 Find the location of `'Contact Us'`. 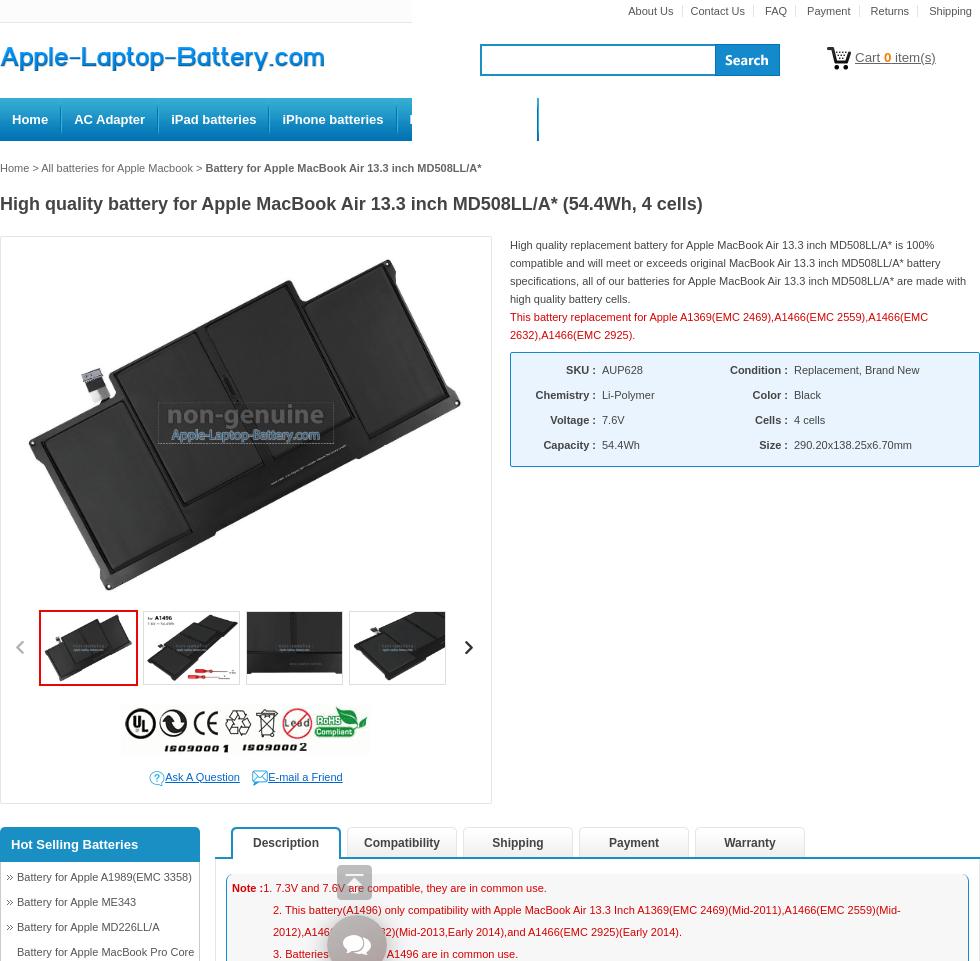

'Contact Us' is located at coordinates (716, 9).